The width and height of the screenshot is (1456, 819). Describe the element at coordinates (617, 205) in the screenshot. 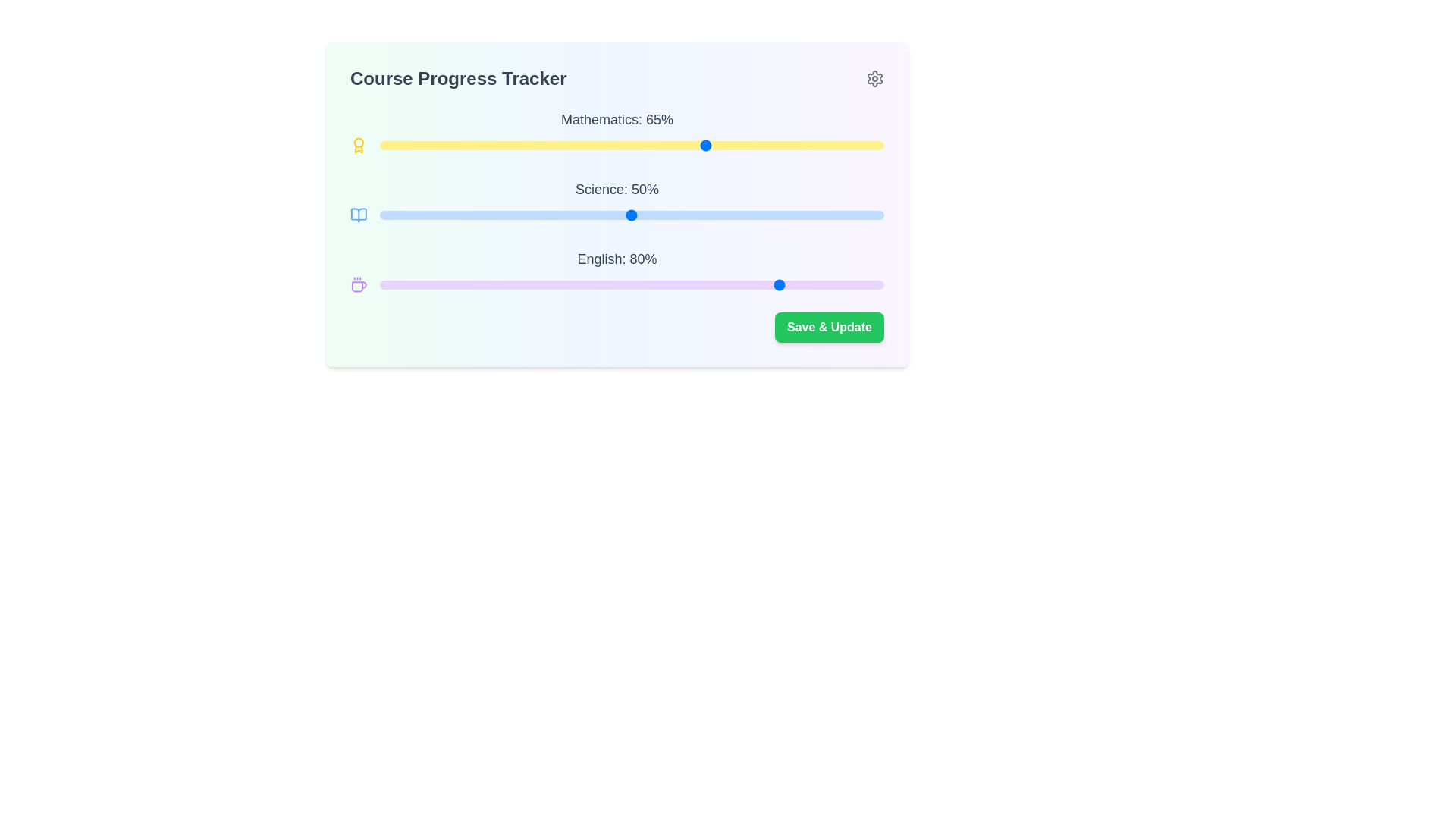

I see `the marker of the Science progress tracker, which is represented by a blue horizontal bar indicating 50%, located centrally in the list of courses` at that location.